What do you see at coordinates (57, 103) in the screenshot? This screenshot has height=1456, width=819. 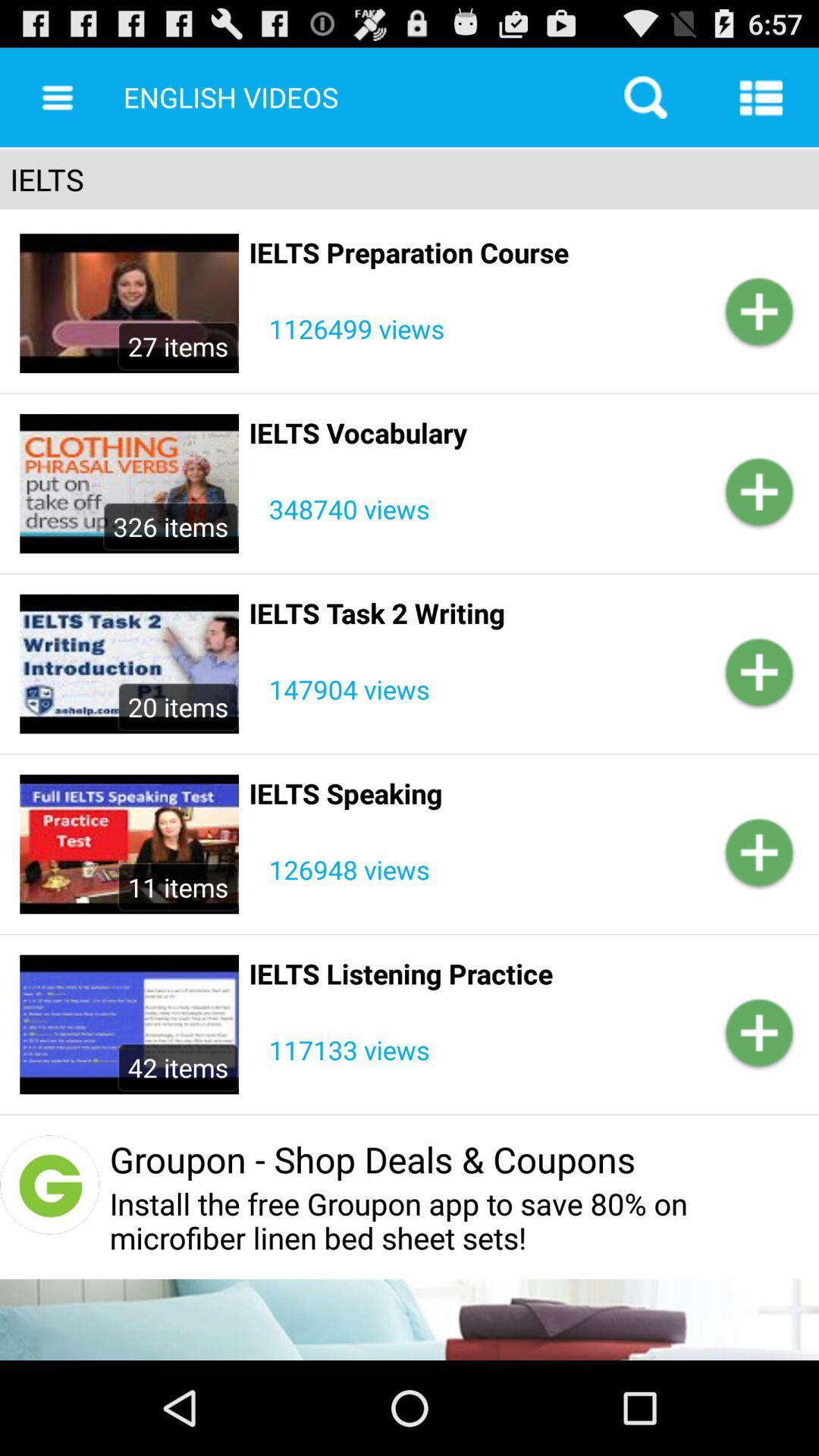 I see `the menu icon` at bounding box center [57, 103].